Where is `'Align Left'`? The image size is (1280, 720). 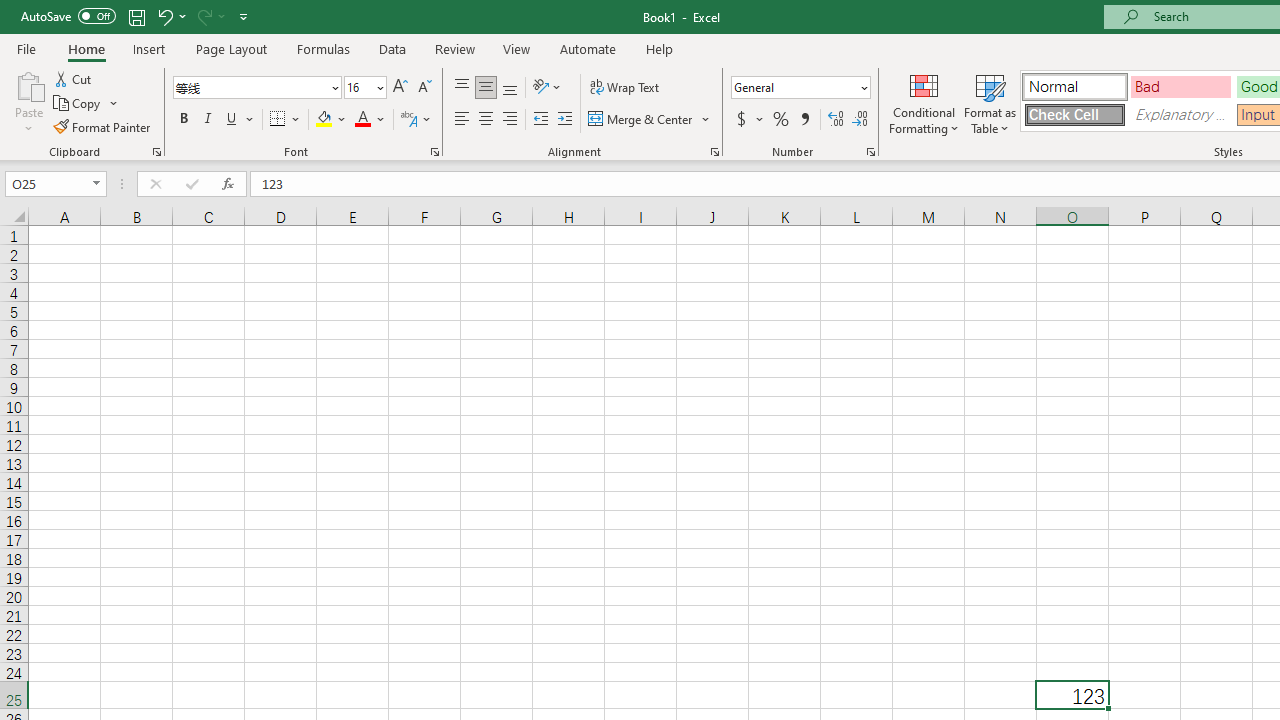 'Align Left' is located at coordinates (461, 119).